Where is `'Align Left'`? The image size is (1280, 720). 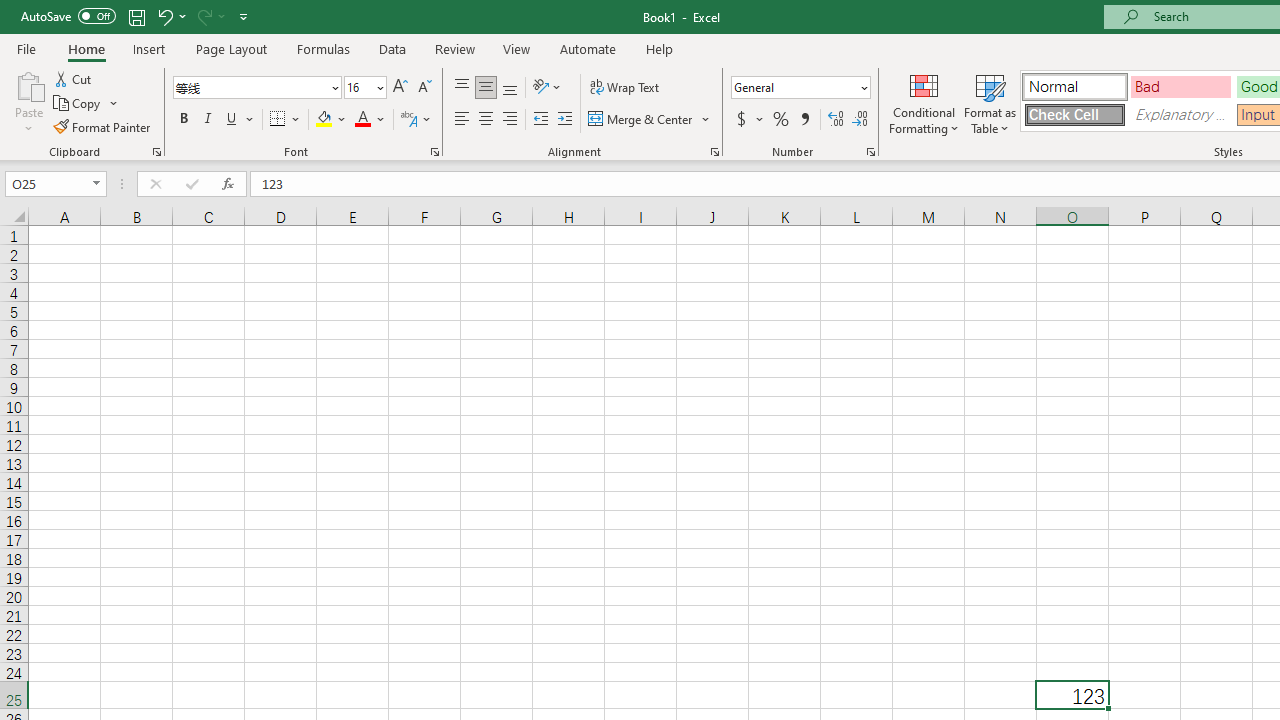 'Align Left' is located at coordinates (461, 119).